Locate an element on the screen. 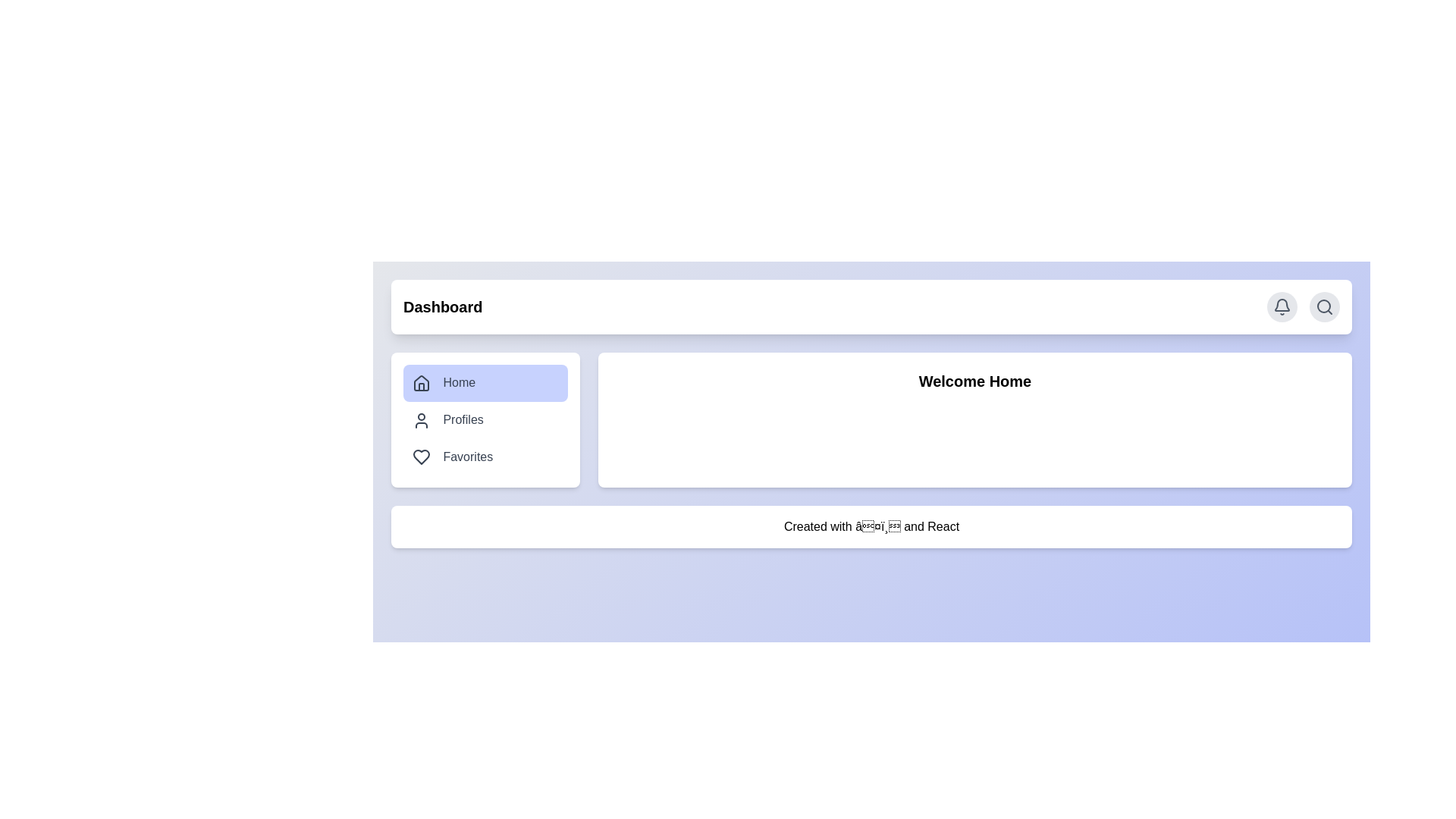 The image size is (1456, 819). the 'Home' icon located in the vertical navigation panel on the left side of the page, which serves as a visual indicator to navigate to the main dashboard is located at coordinates (422, 382).